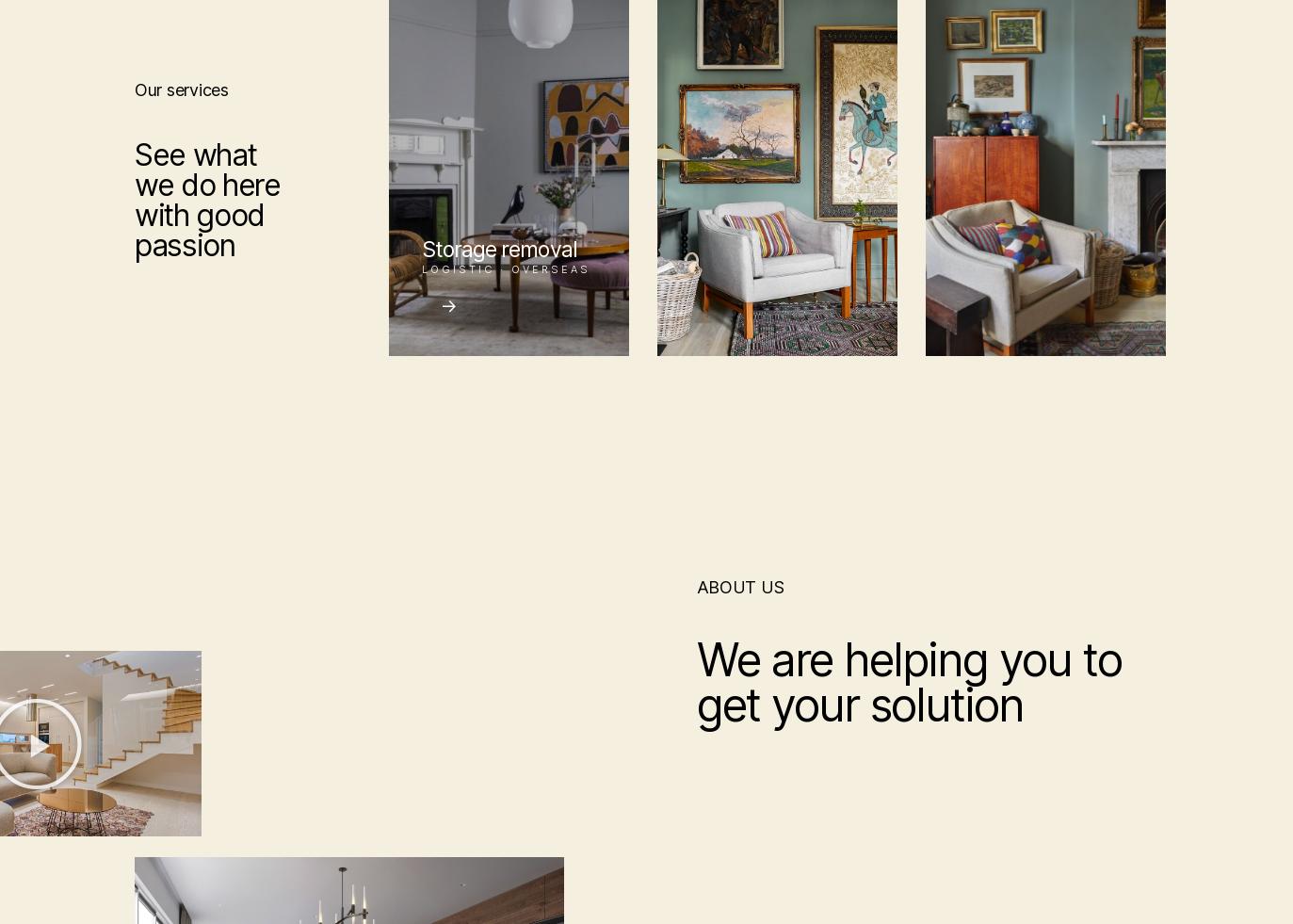  I want to click on 'Privacy Policy', so click(1002, 723).